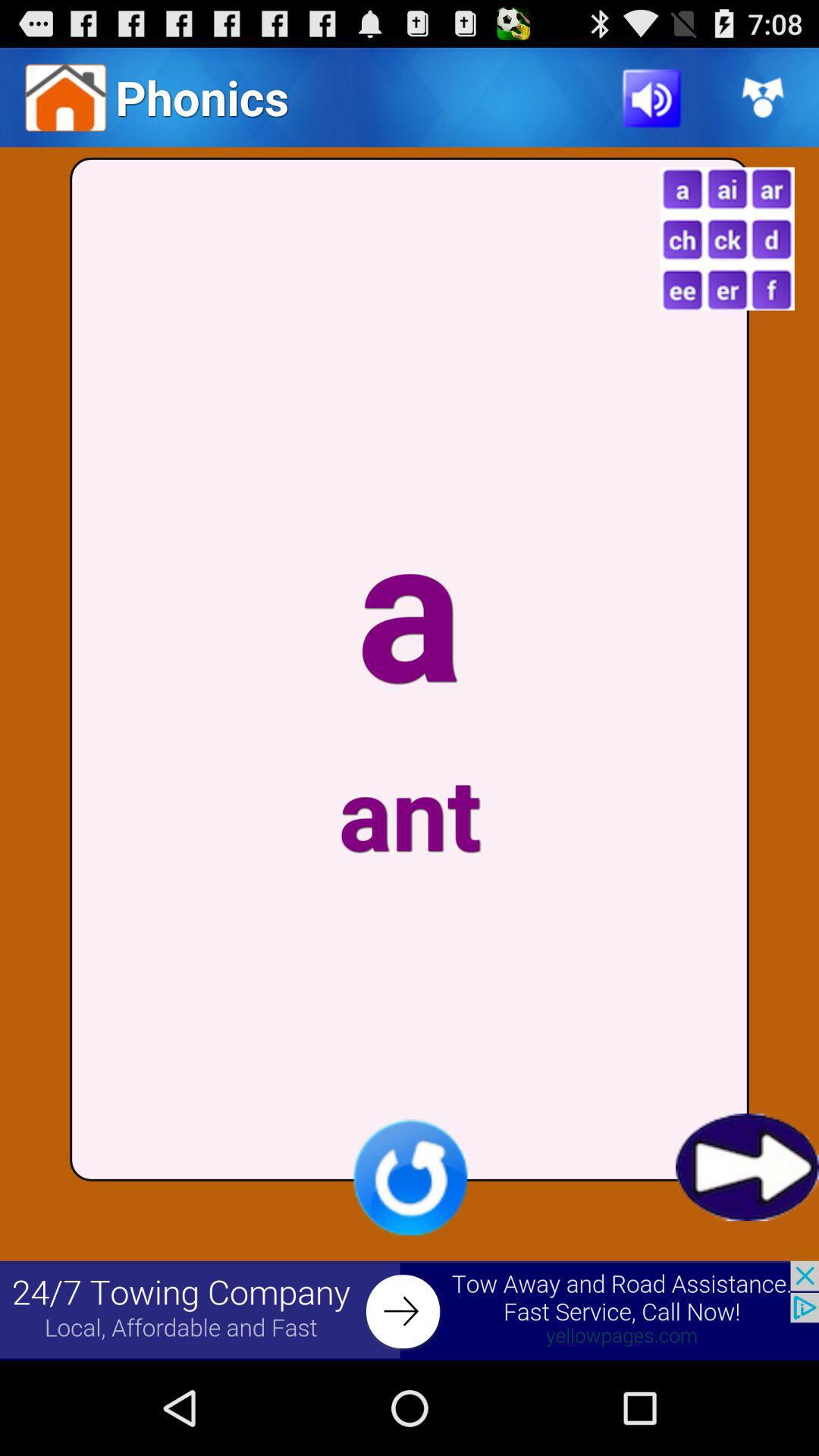 The width and height of the screenshot is (819, 1456). Describe the element at coordinates (409, 1310) in the screenshot. I see `click on the advertisement` at that location.